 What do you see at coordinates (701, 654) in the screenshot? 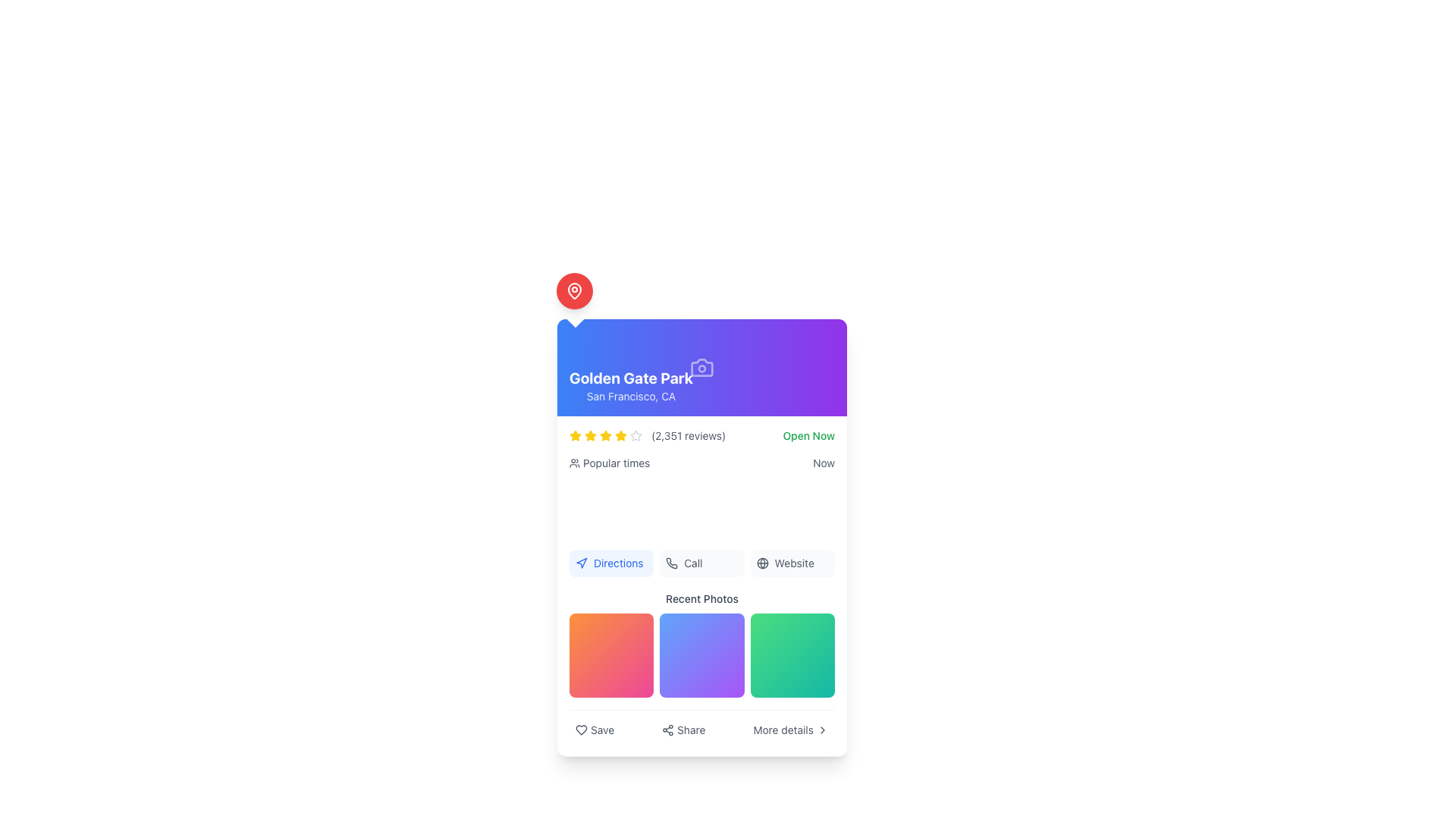
I see `the middle interactive tile with a gradient background transitioning from blue to purple` at bounding box center [701, 654].